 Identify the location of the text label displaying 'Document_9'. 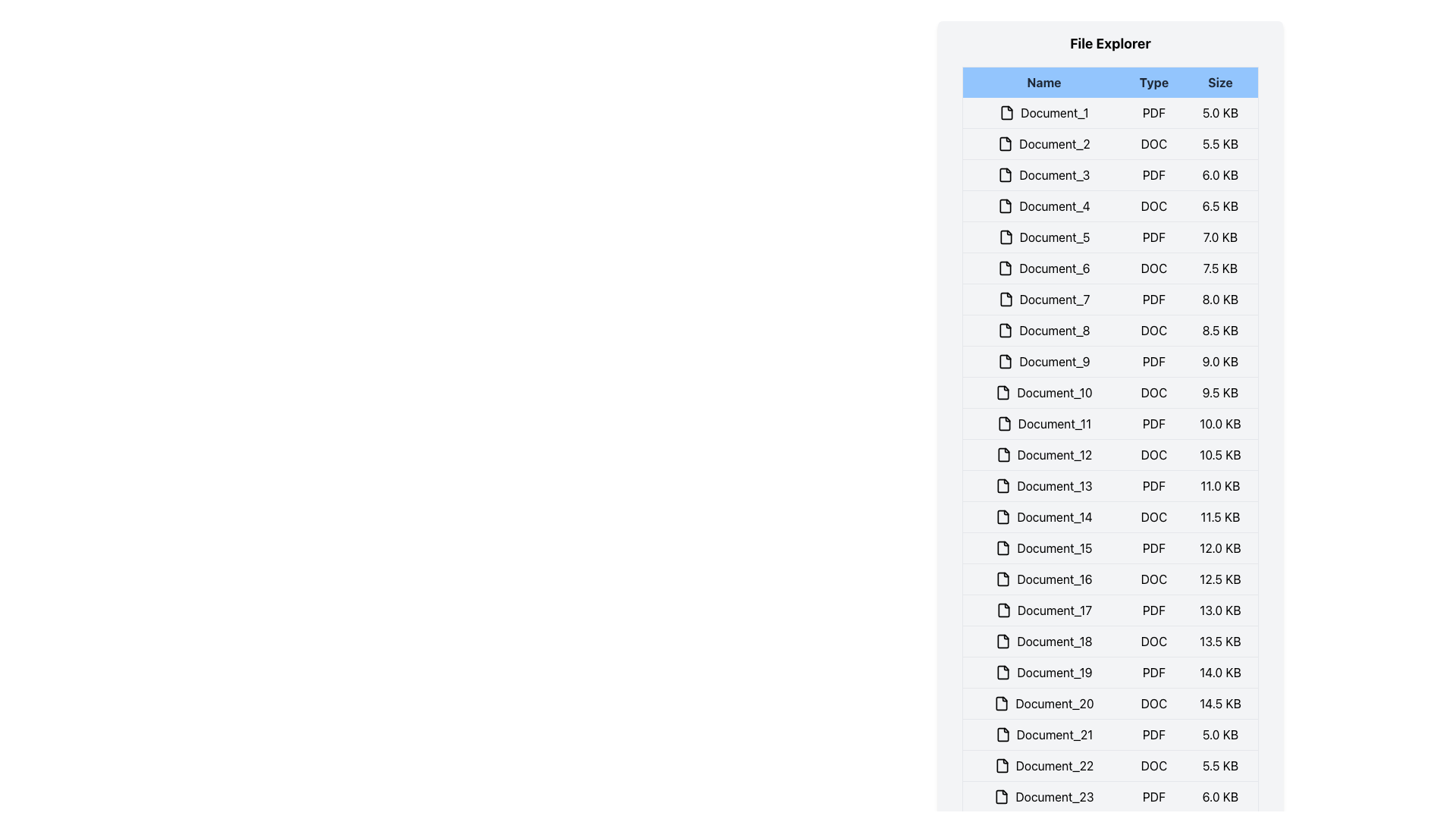
(1043, 362).